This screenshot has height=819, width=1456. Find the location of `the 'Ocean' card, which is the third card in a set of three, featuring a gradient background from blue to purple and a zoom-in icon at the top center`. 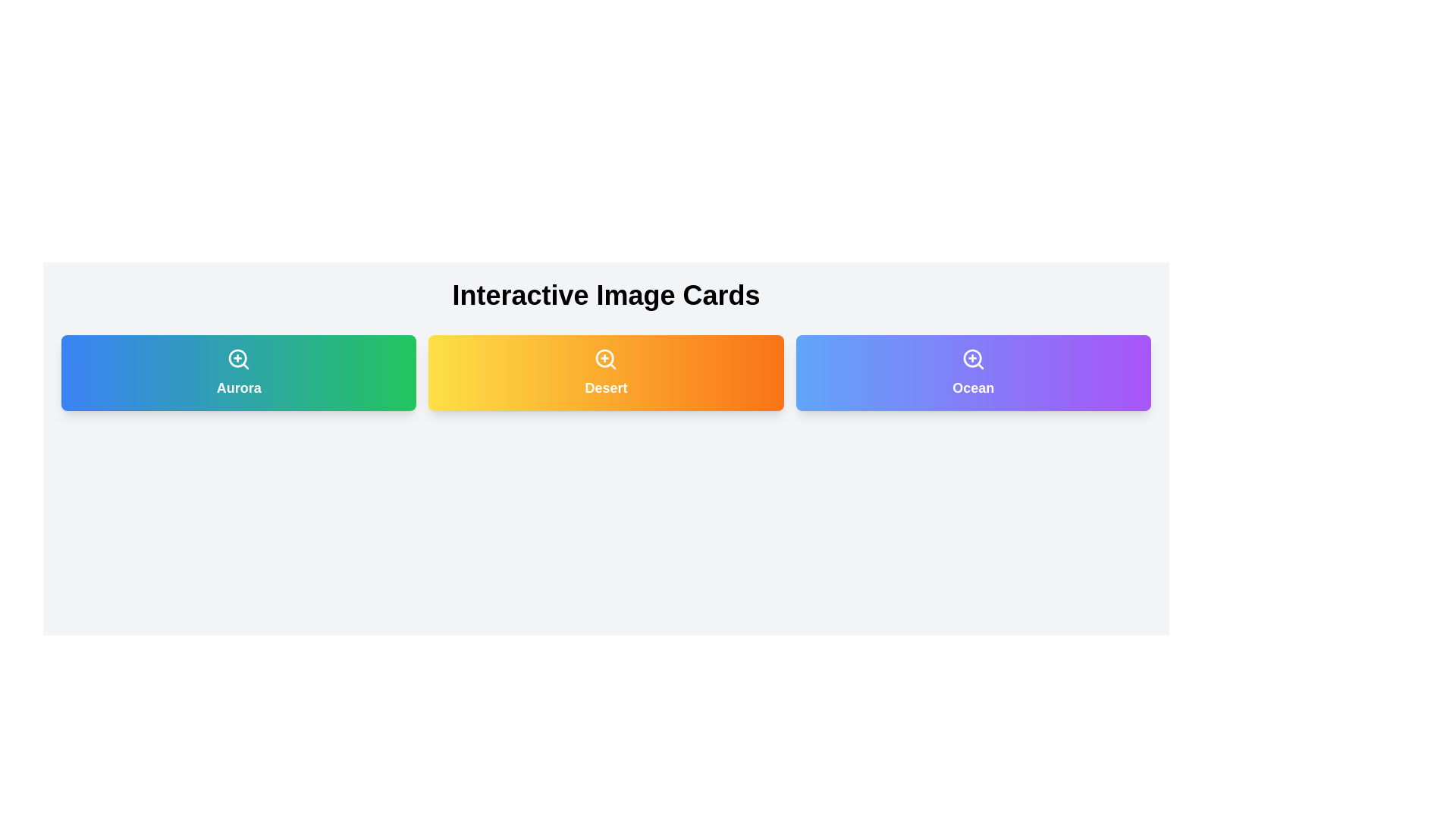

the 'Ocean' card, which is the third card in a set of three, featuring a gradient background from blue to purple and a zoom-in icon at the top center is located at coordinates (973, 373).